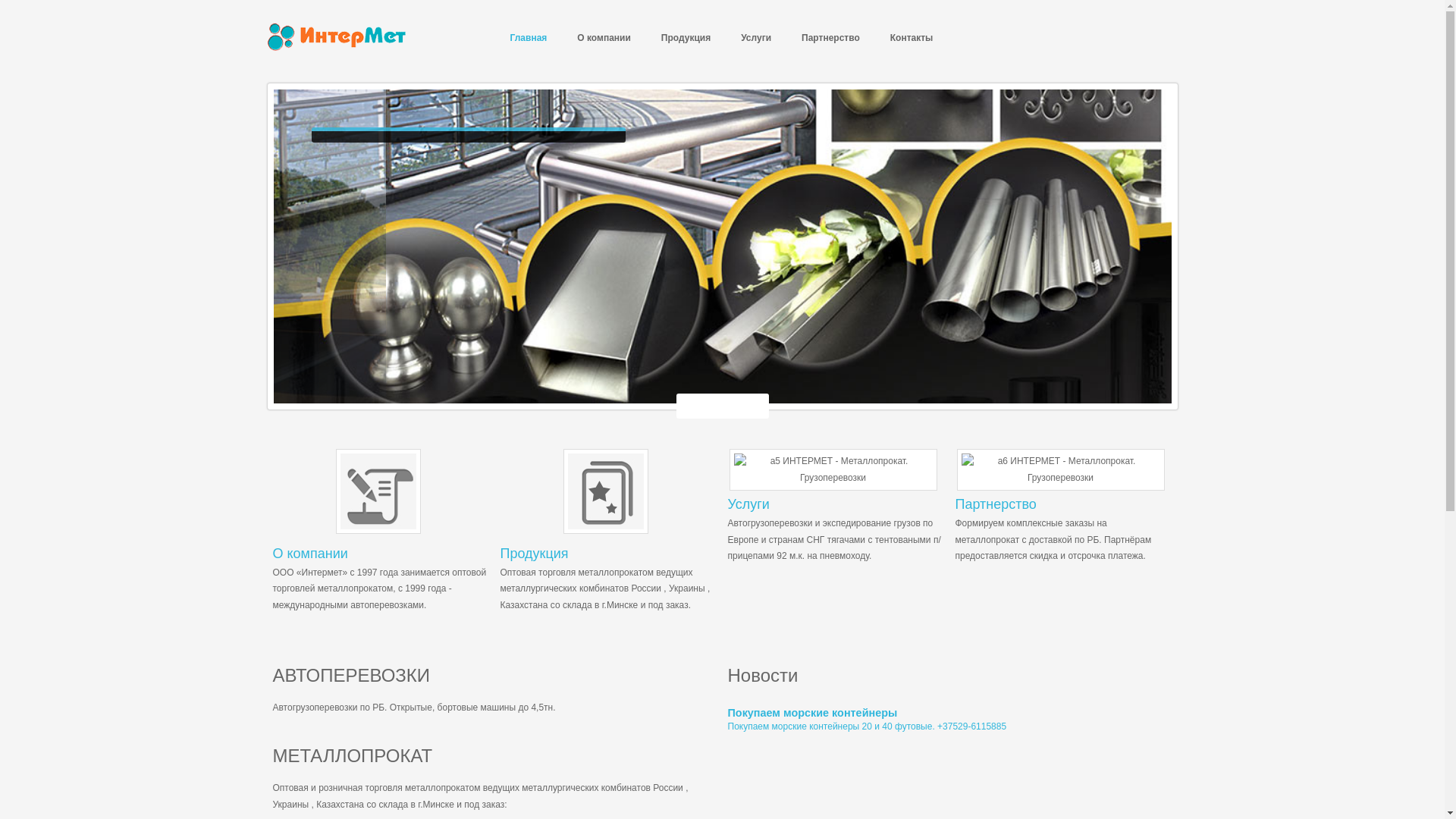 This screenshot has width=1456, height=819. I want to click on 'a5 image', so click(833, 469).